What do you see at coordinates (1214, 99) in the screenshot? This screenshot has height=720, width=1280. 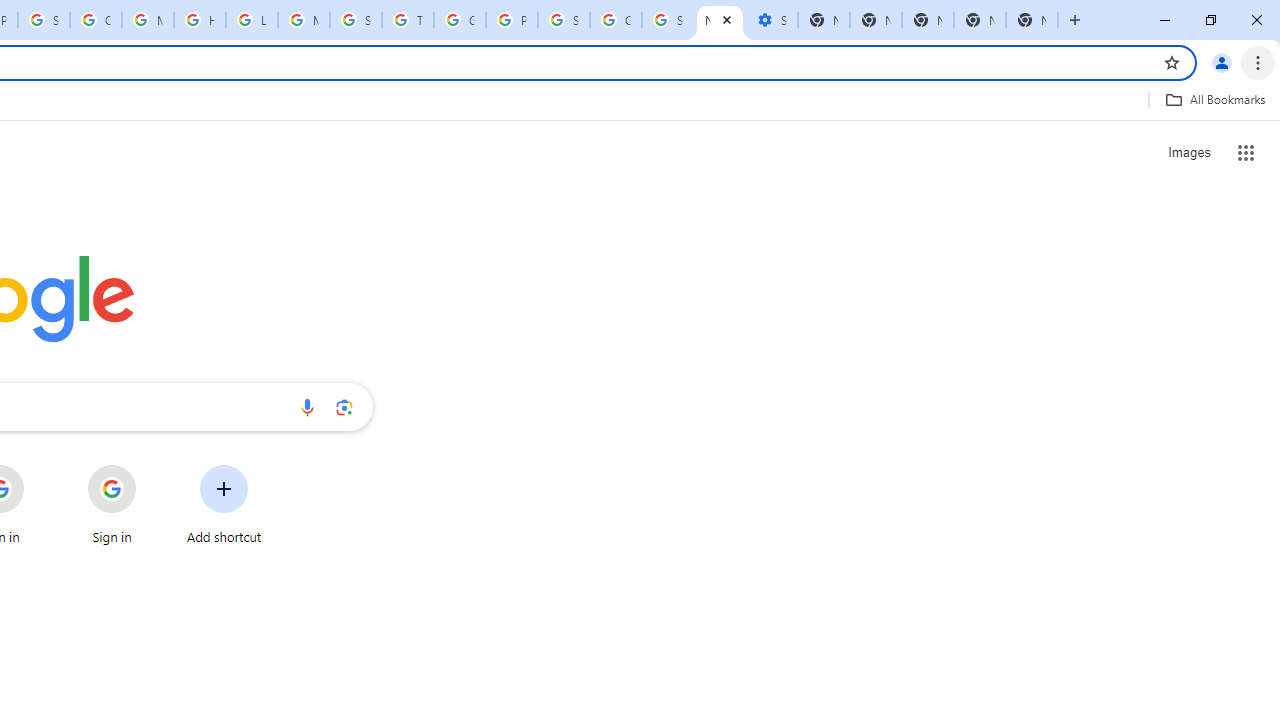 I see `'All Bookmarks'` at bounding box center [1214, 99].